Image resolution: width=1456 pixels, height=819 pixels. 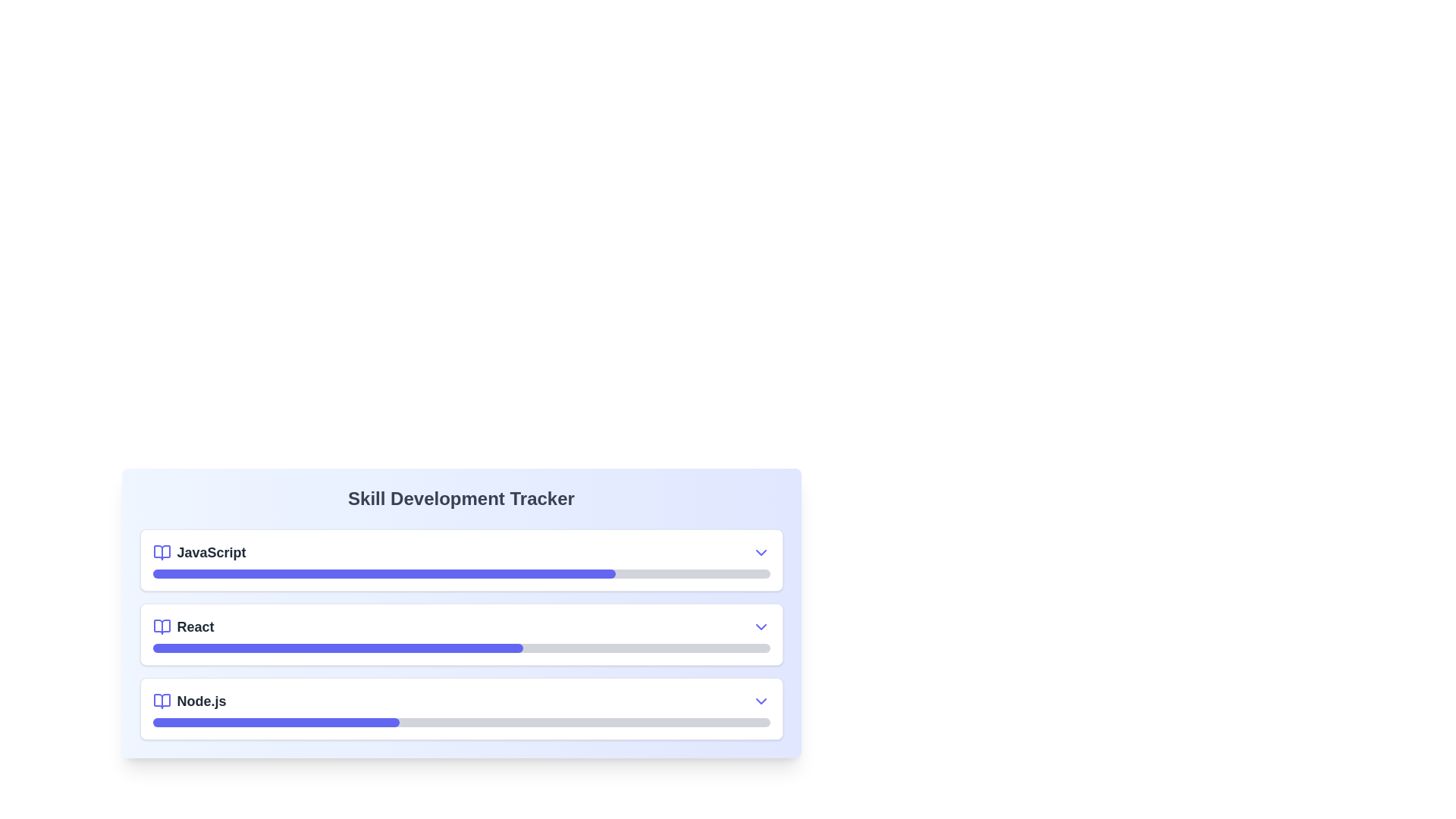 I want to click on text label 'JavaScript' that consists of a blue open book icon and black bold text, positioned as the first item in the skill tracker list, so click(x=199, y=553).